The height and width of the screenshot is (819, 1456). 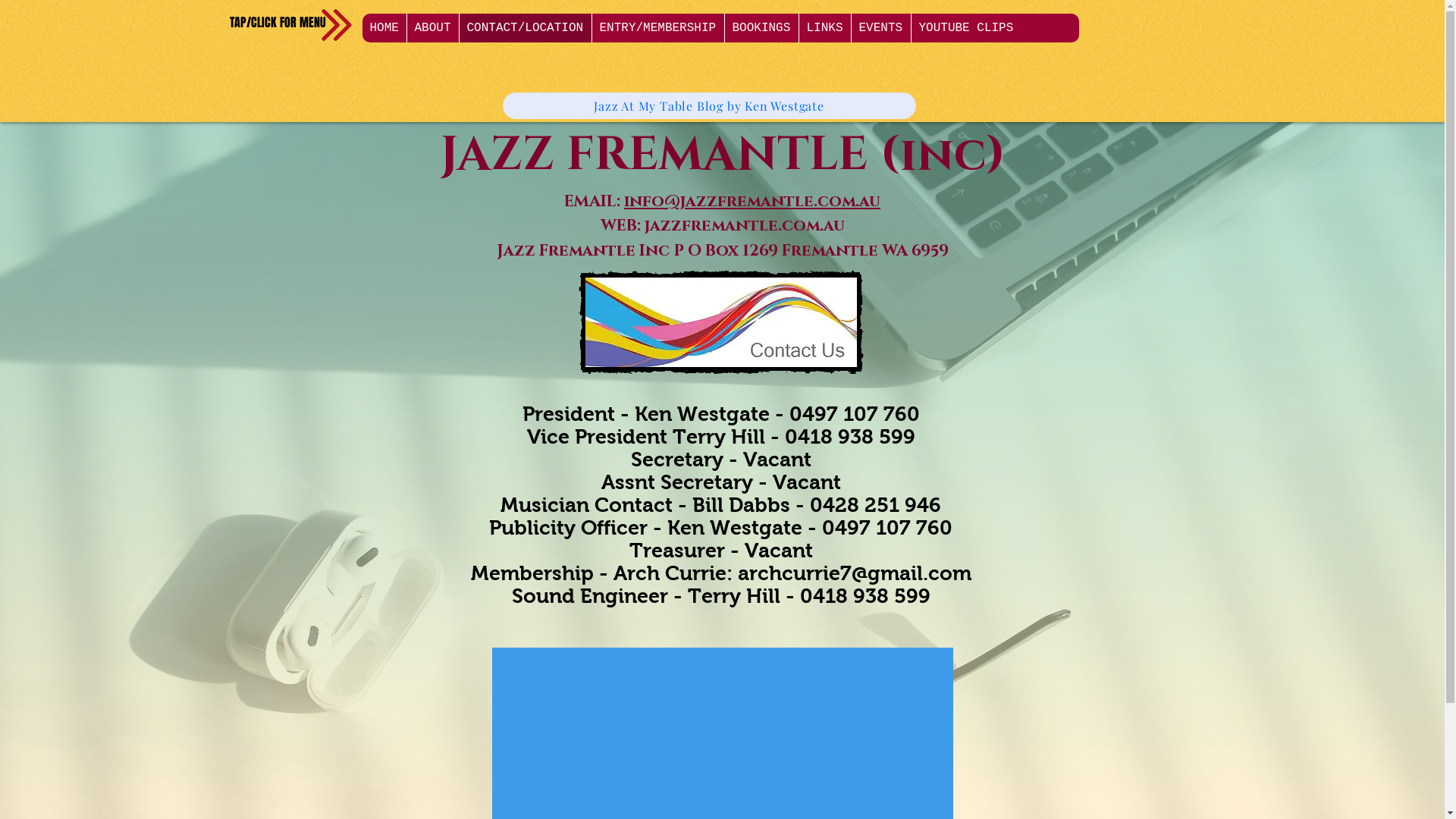 What do you see at coordinates (761, 28) in the screenshot?
I see `'BOOKINGS'` at bounding box center [761, 28].